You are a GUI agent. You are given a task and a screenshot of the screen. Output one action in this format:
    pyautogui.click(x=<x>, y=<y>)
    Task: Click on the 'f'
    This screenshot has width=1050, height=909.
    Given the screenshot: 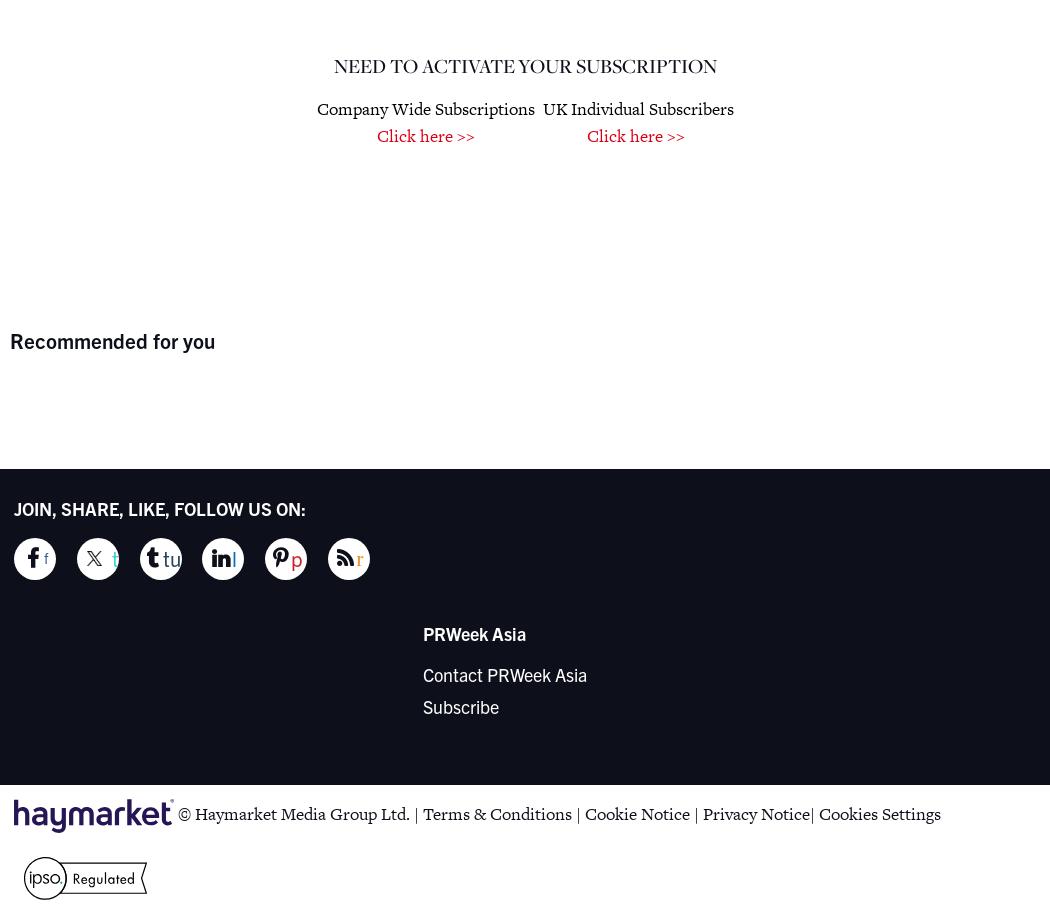 What is the action you would take?
    pyautogui.click(x=44, y=558)
    